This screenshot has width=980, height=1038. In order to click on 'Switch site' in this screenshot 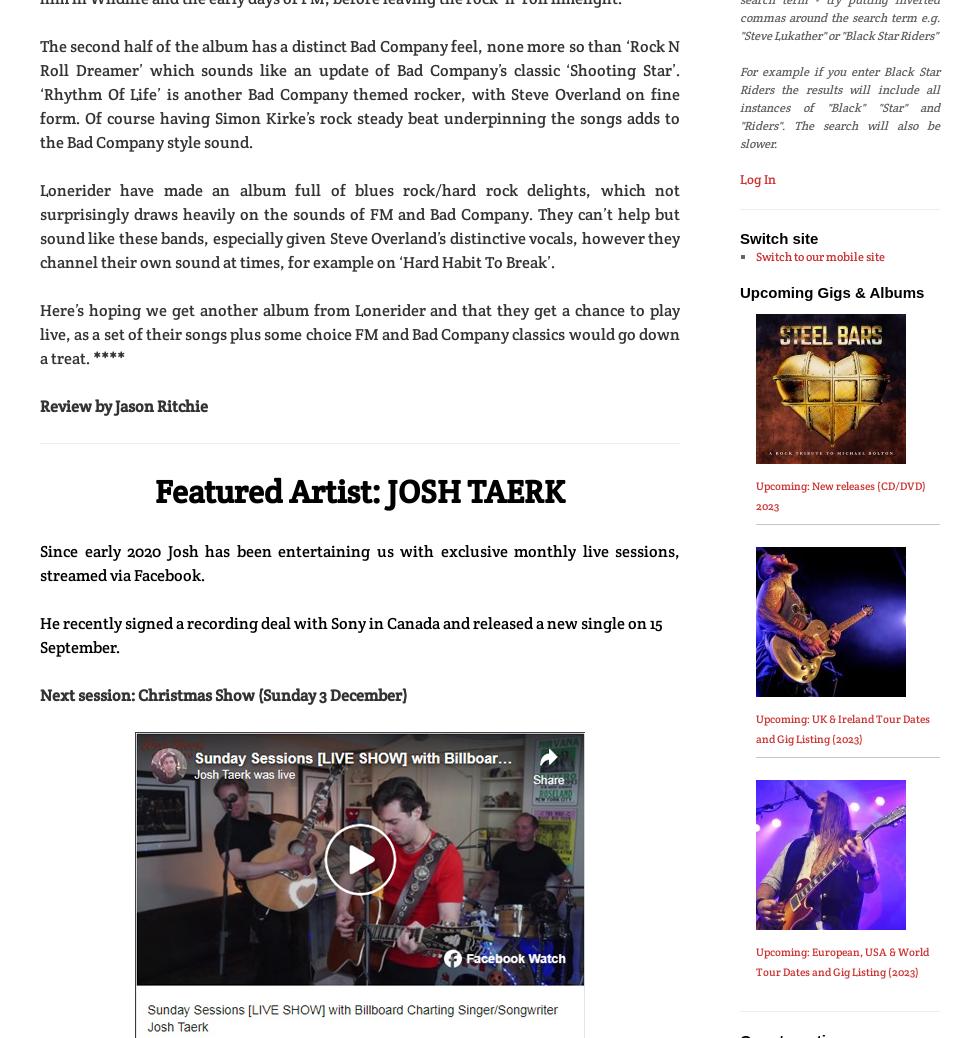, I will do `click(779, 237)`.